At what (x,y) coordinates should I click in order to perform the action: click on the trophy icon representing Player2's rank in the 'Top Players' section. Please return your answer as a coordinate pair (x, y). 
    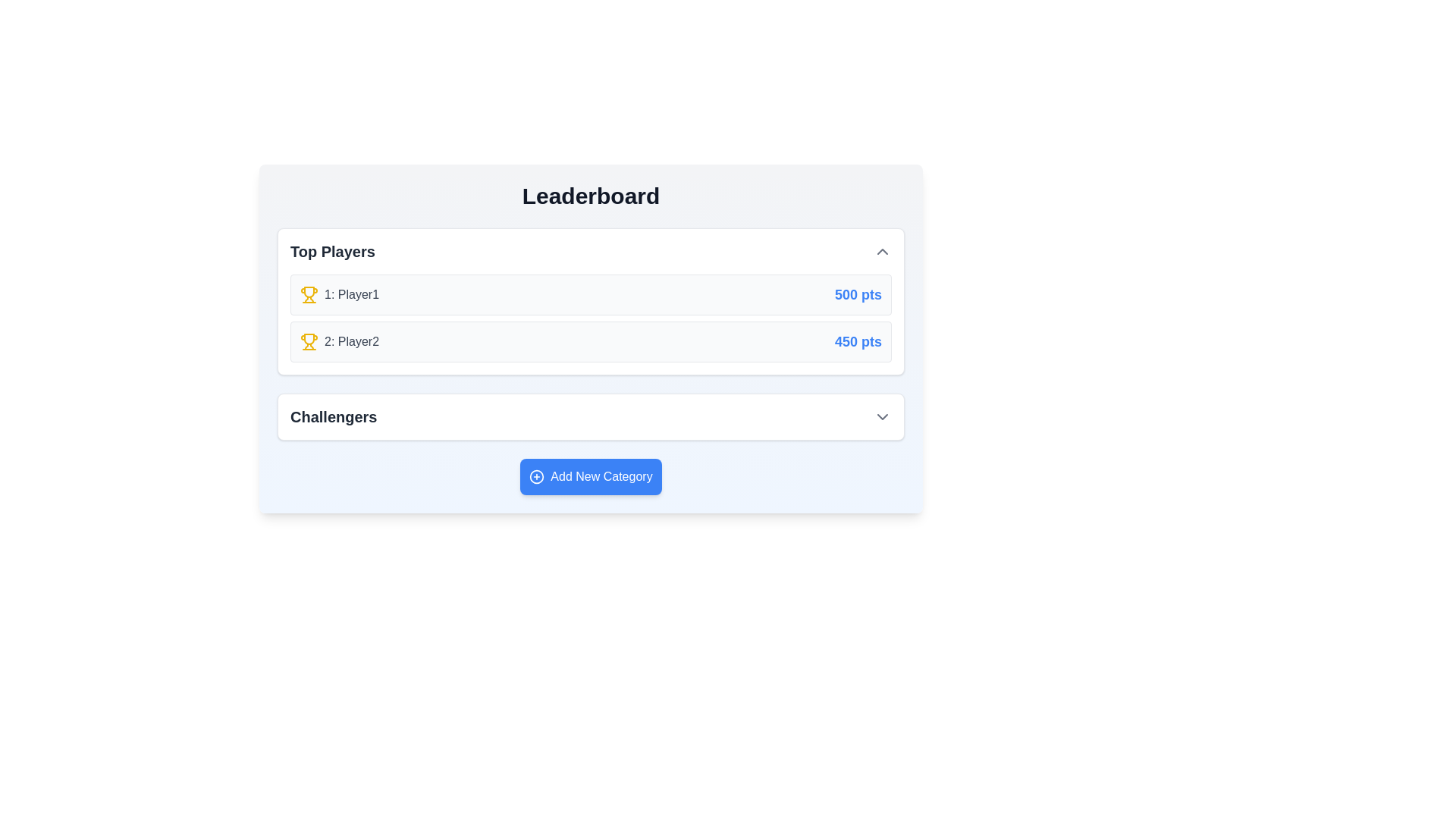
    Looking at the image, I should click on (309, 342).